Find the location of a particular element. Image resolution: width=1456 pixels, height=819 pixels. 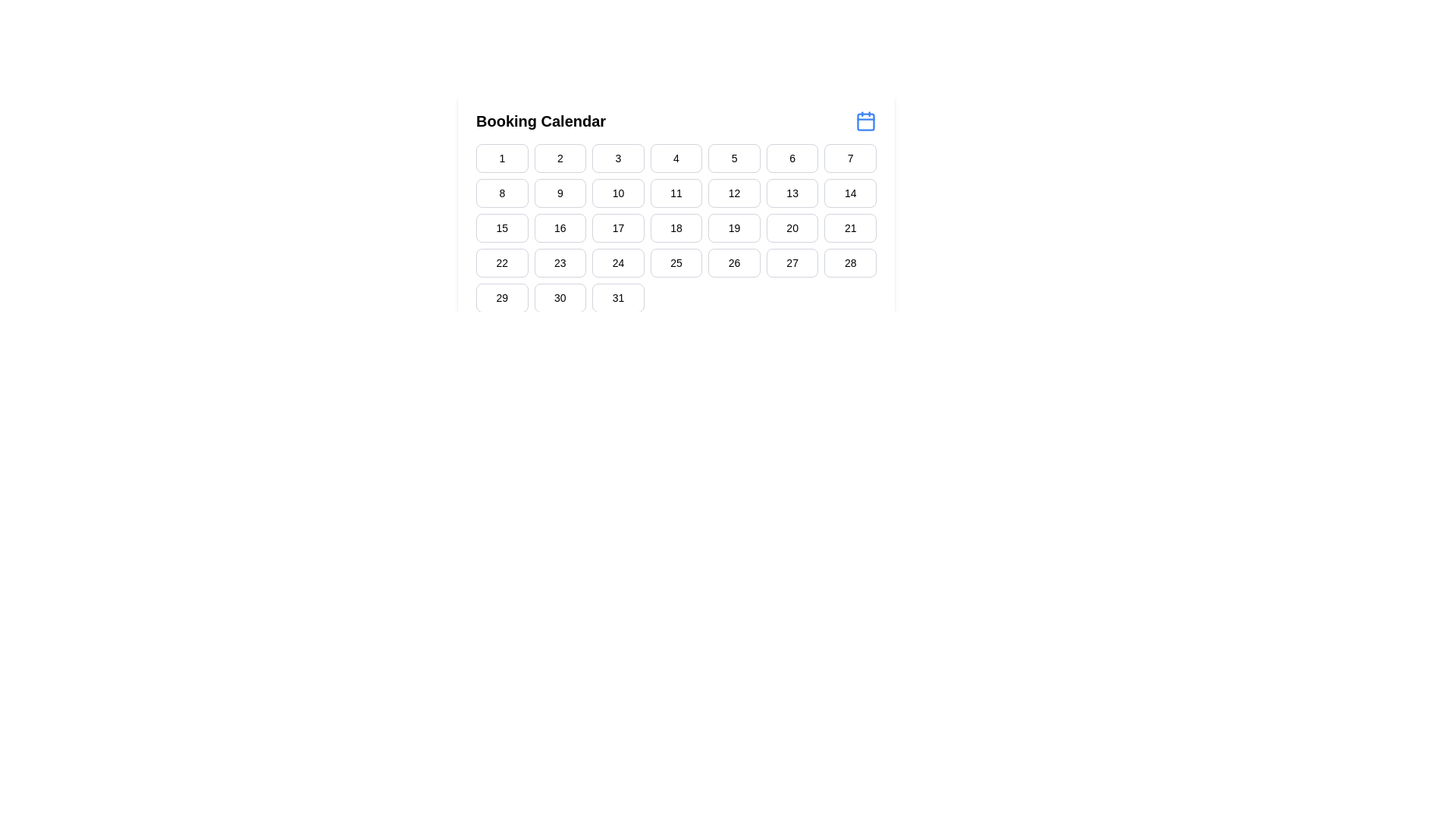

the button displaying the number '11' is located at coordinates (676, 192).